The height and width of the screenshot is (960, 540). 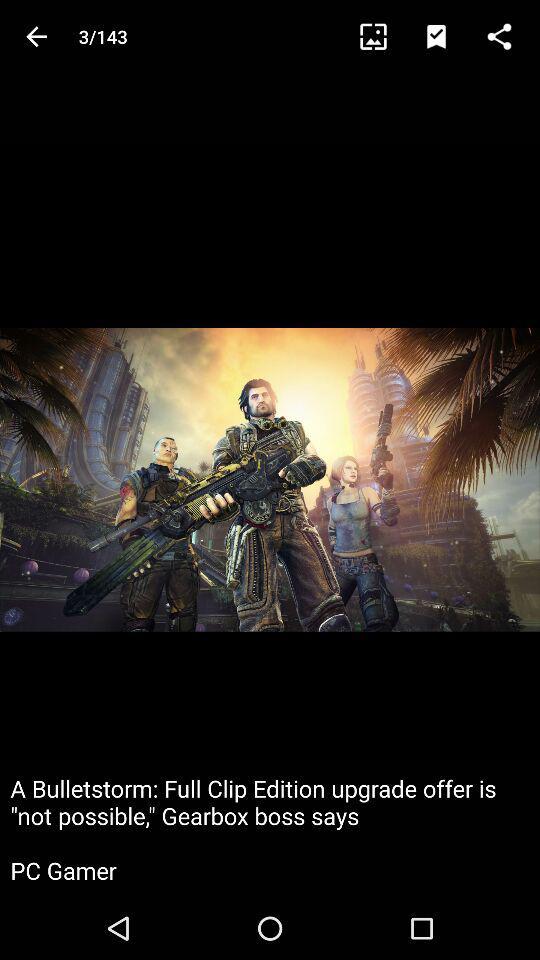 What do you see at coordinates (445, 35) in the screenshot?
I see `bookmark` at bounding box center [445, 35].